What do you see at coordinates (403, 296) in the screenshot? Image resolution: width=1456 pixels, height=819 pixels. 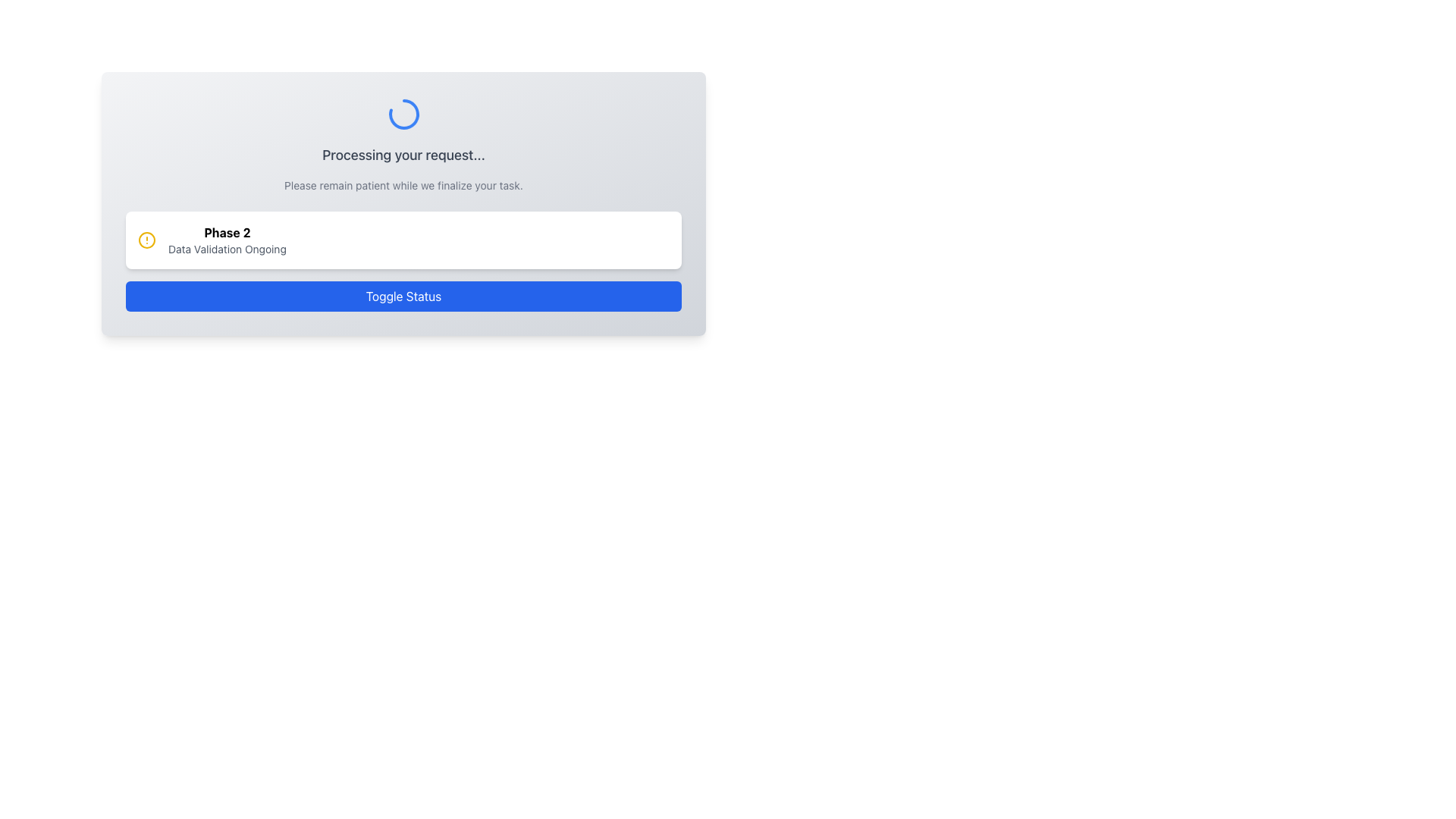 I see `the toggle button located beneath the 'Phase 2 Data Validation Ongoing' text within the card-like structure to change its status` at bounding box center [403, 296].